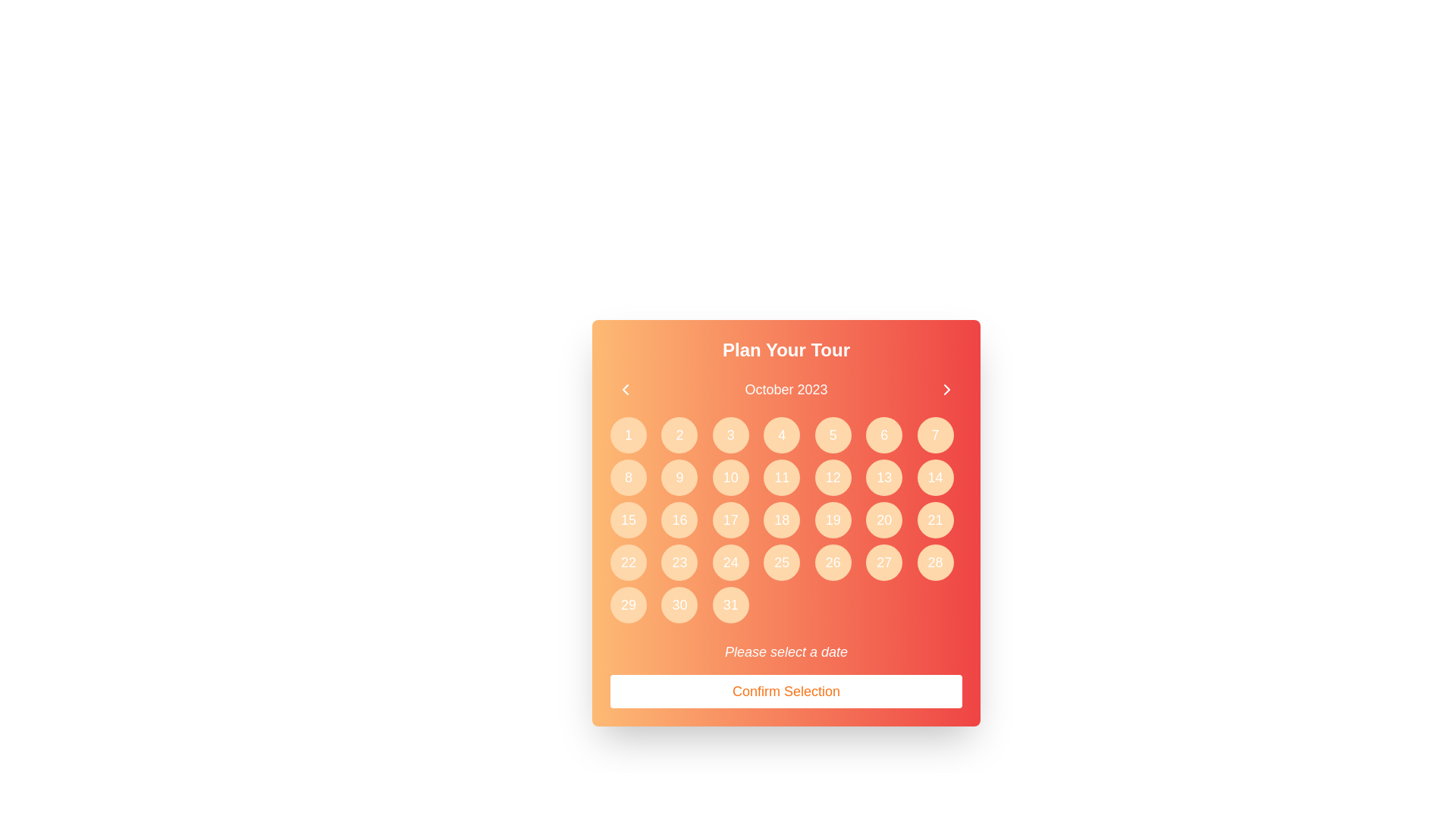 Image resolution: width=1456 pixels, height=819 pixels. What do you see at coordinates (730, 476) in the screenshot?
I see `the rounded interactive button displaying the number '10' in white font on an orange background, located in the second row and third column of the grid` at bounding box center [730, 476].